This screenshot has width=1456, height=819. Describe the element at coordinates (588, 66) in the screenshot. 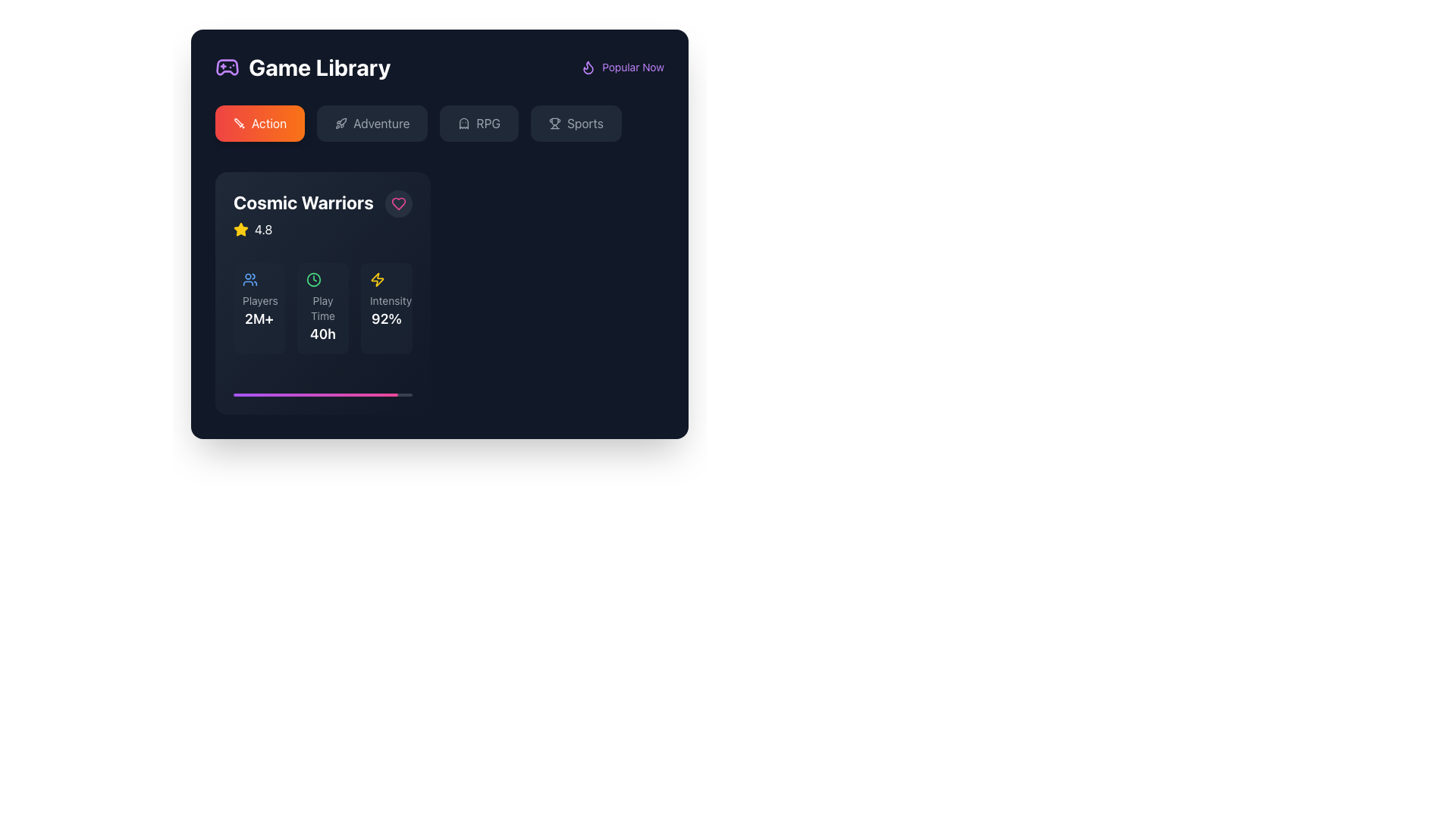

I see `the flame icon located in the top-right corner of the dark-themed card layout, adjacent to the 'Popular Now' text` at that location.